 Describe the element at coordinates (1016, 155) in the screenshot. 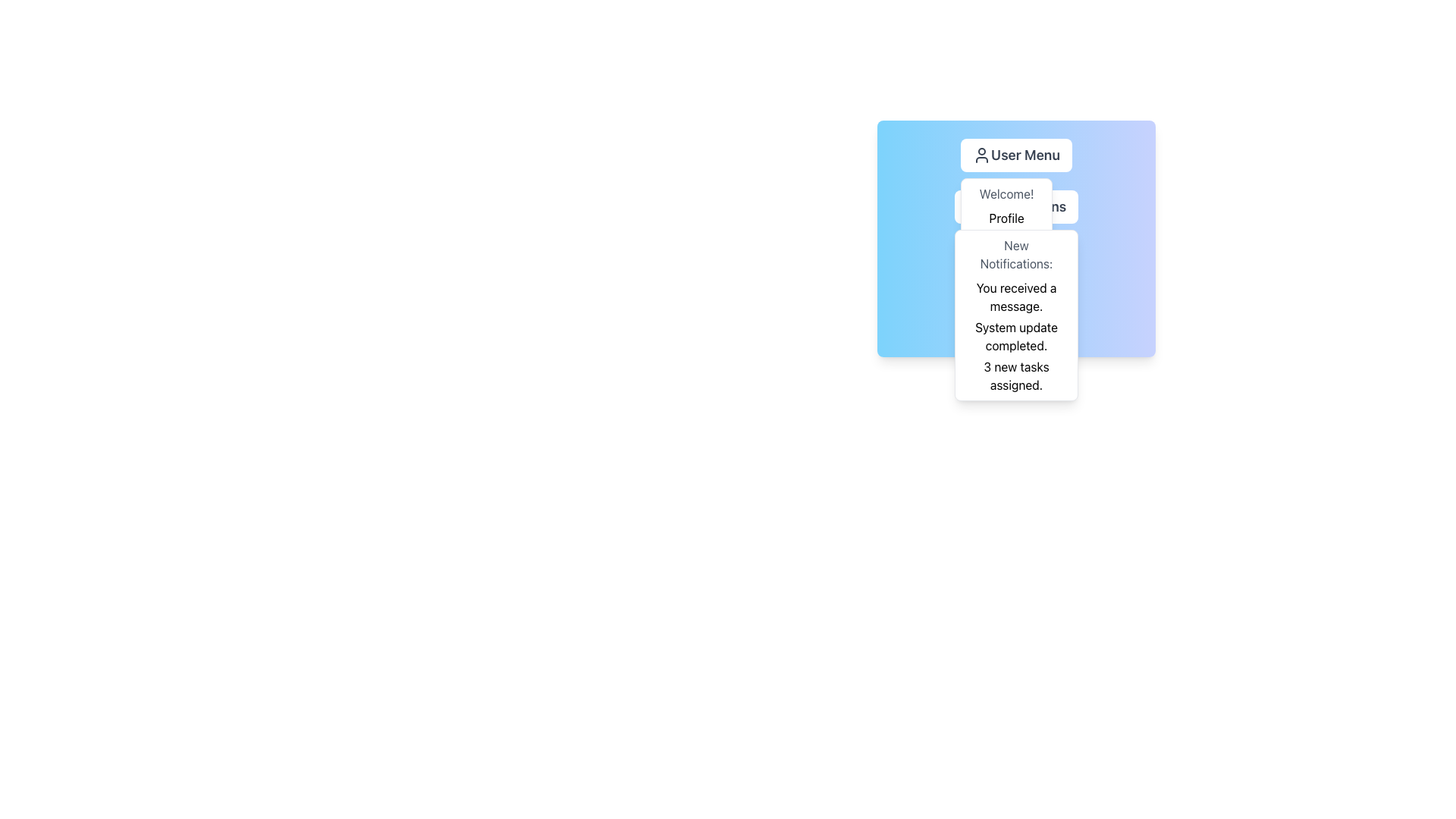

I see `the 'User Menu' button, which features an icon of a user and is located above the 'Welcome!' dropdown menu` at that location.